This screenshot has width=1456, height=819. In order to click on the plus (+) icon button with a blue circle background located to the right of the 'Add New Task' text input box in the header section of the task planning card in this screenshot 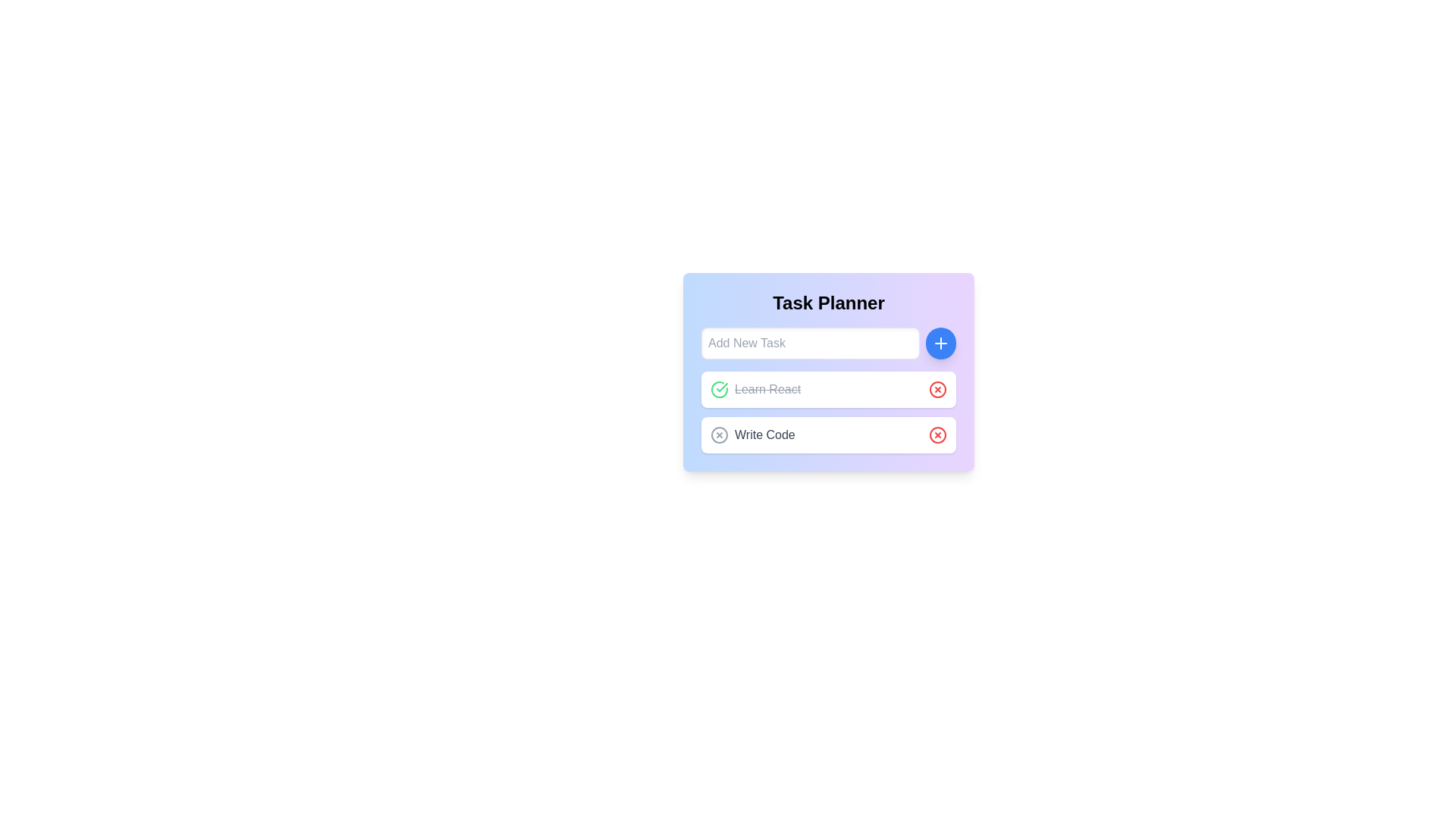, I will do `click(940, 343)`.